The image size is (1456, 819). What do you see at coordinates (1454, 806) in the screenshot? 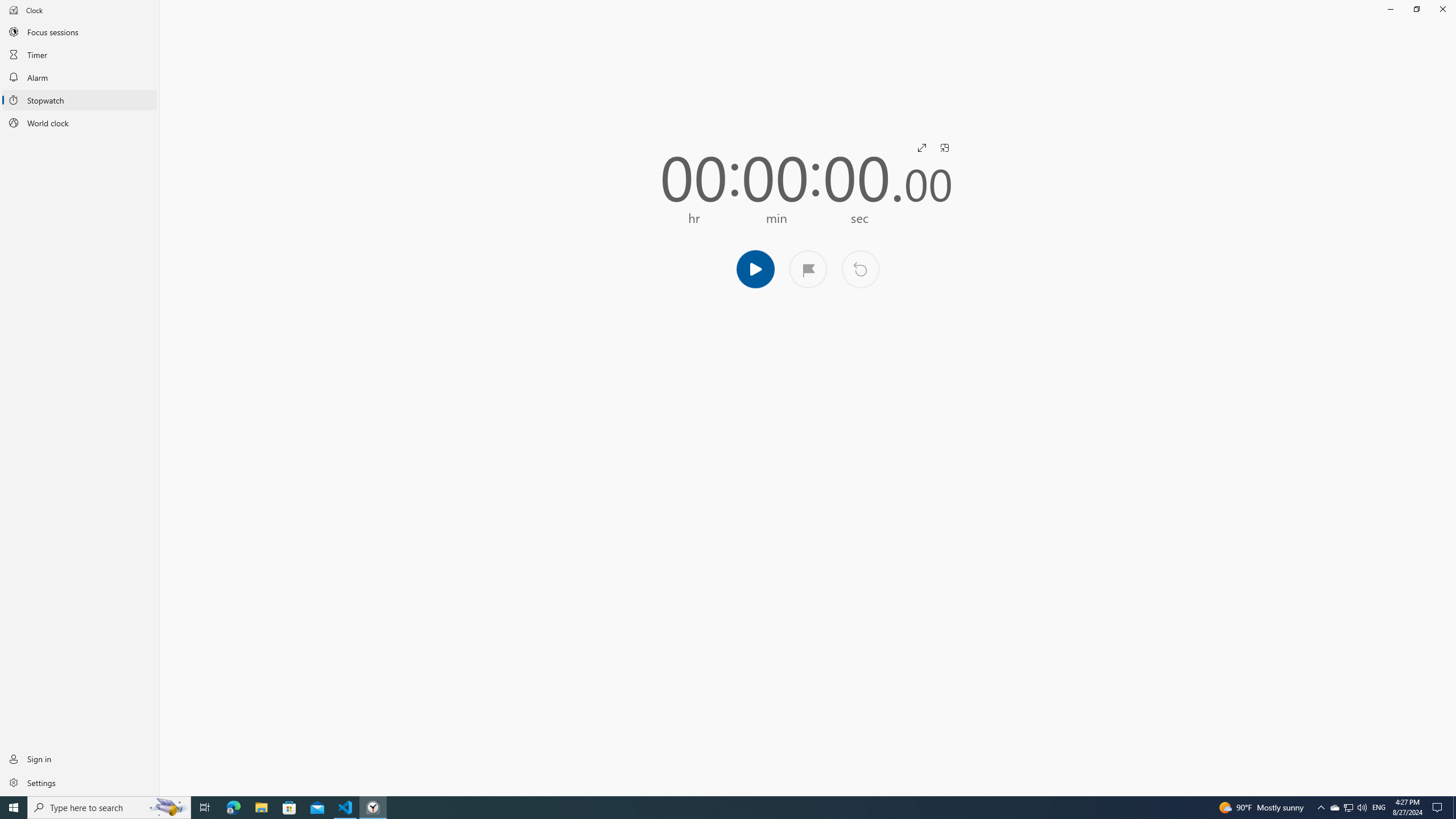
I see `'Show desktop'` at bounding box center [1454, 806].